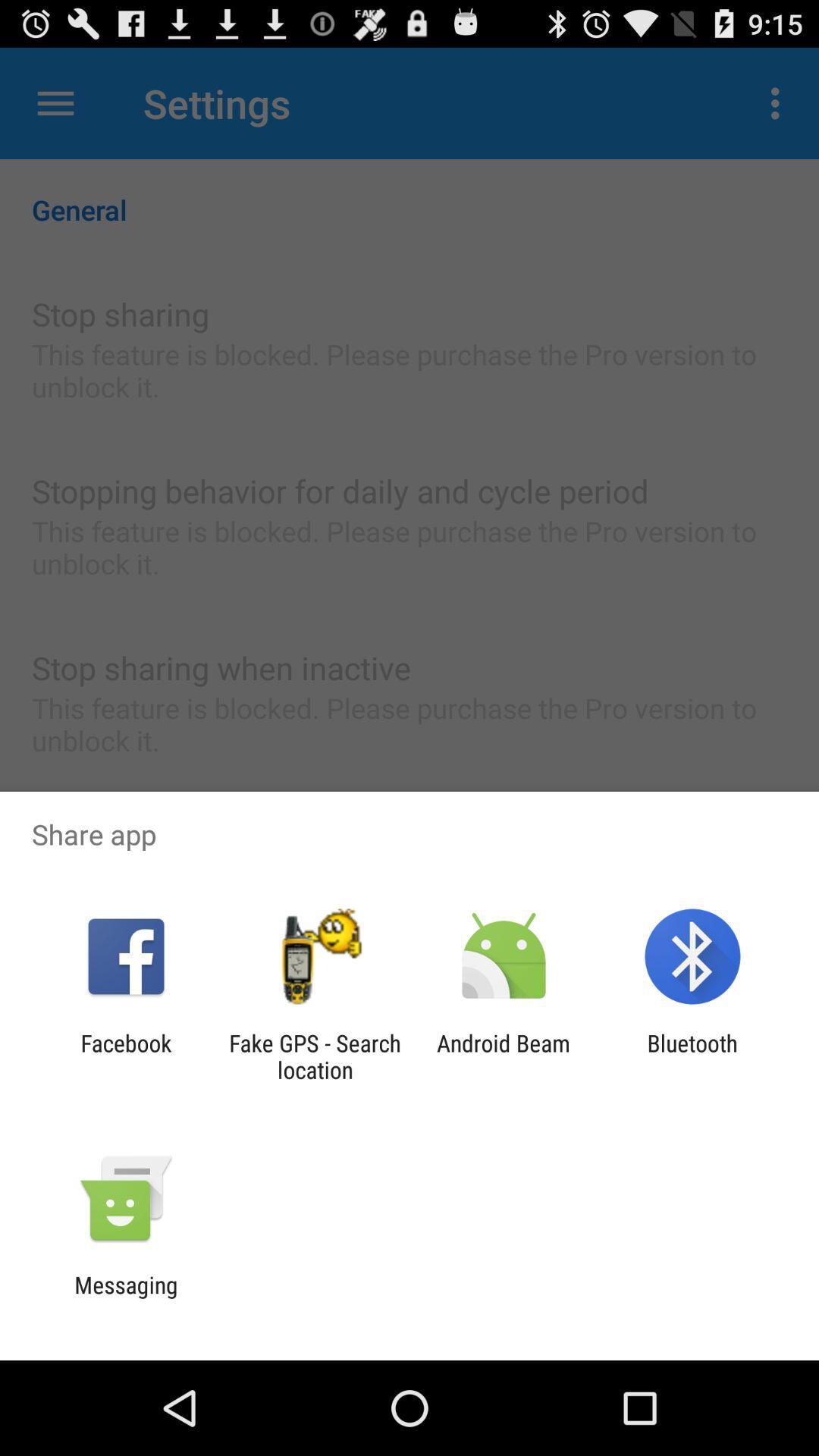 Image resolution: width=819 pixels, height=1456 pixels. What do you see at coordinates (692, 1056) in the screenshot?
I see `the bluetooth` at bounding box center [692, 1056].